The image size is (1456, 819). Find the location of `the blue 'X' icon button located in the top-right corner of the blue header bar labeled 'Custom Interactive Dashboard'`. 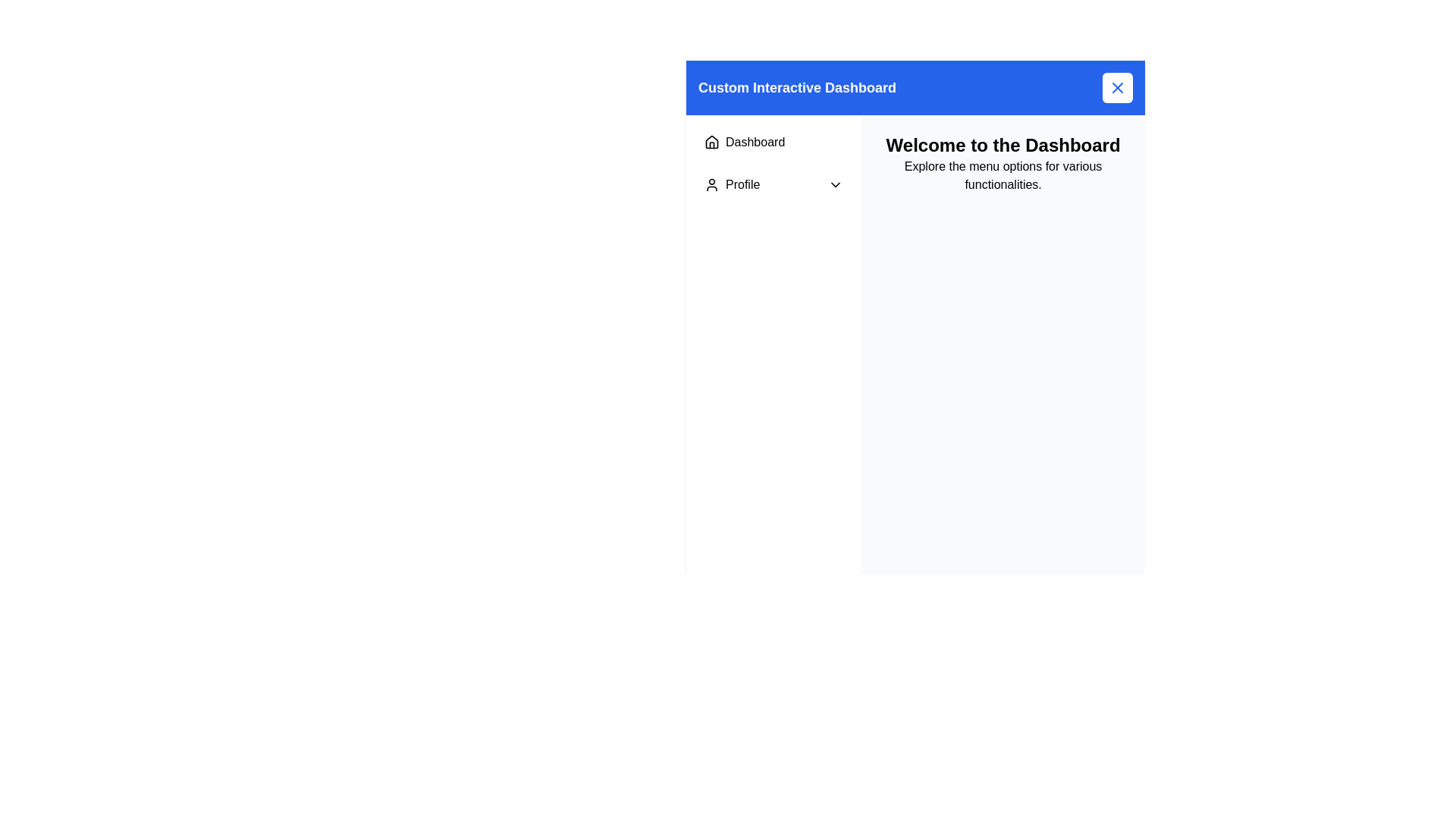

the blue 'X' icon button located in the top-right corner of the blue header bar labeled 'Custom Interactive Dashboard' is located at coordinates (1117, 87).